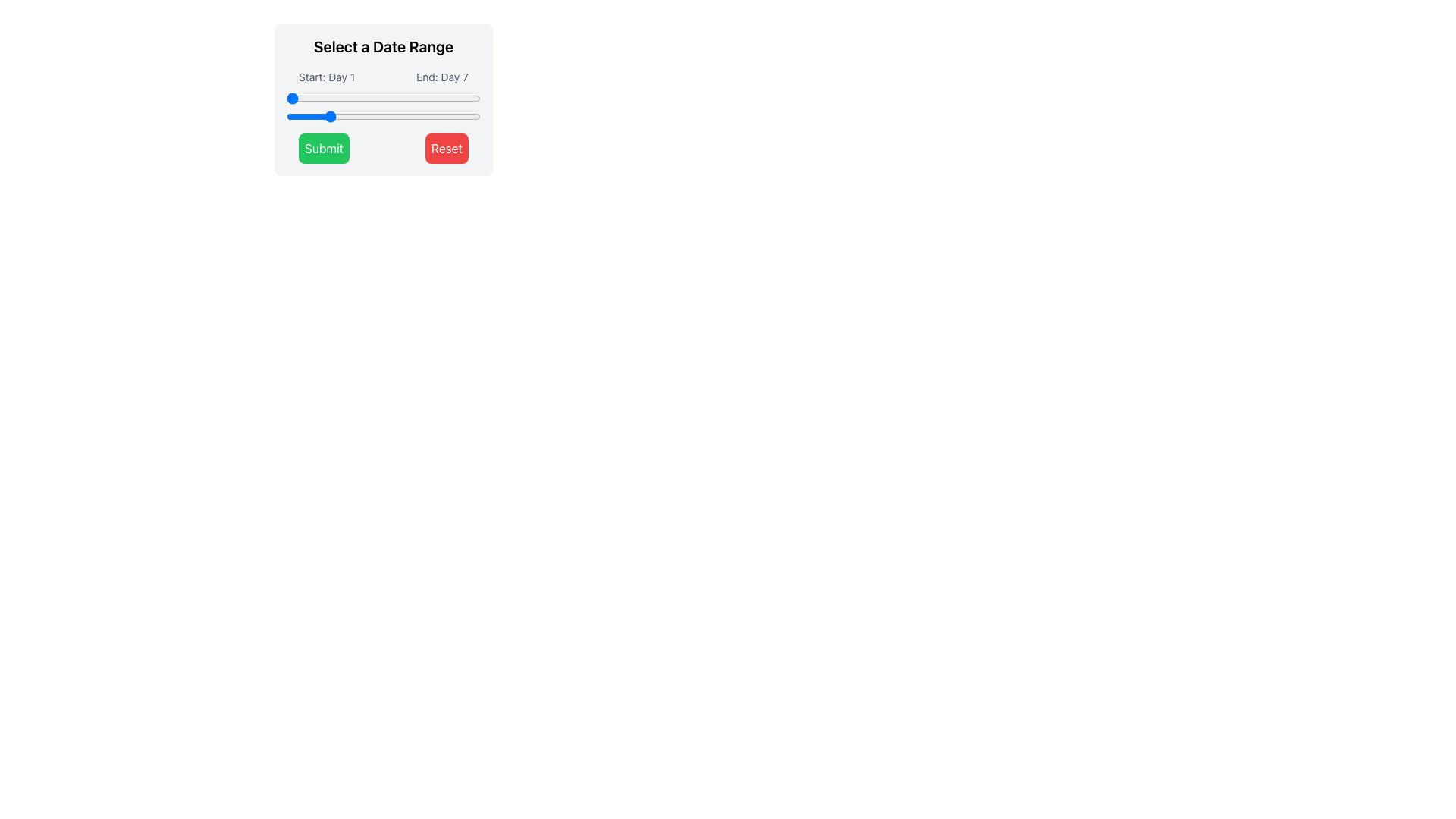 This screenshot has height=819, width=1456. I want to click on the slider, so click(446, 99).